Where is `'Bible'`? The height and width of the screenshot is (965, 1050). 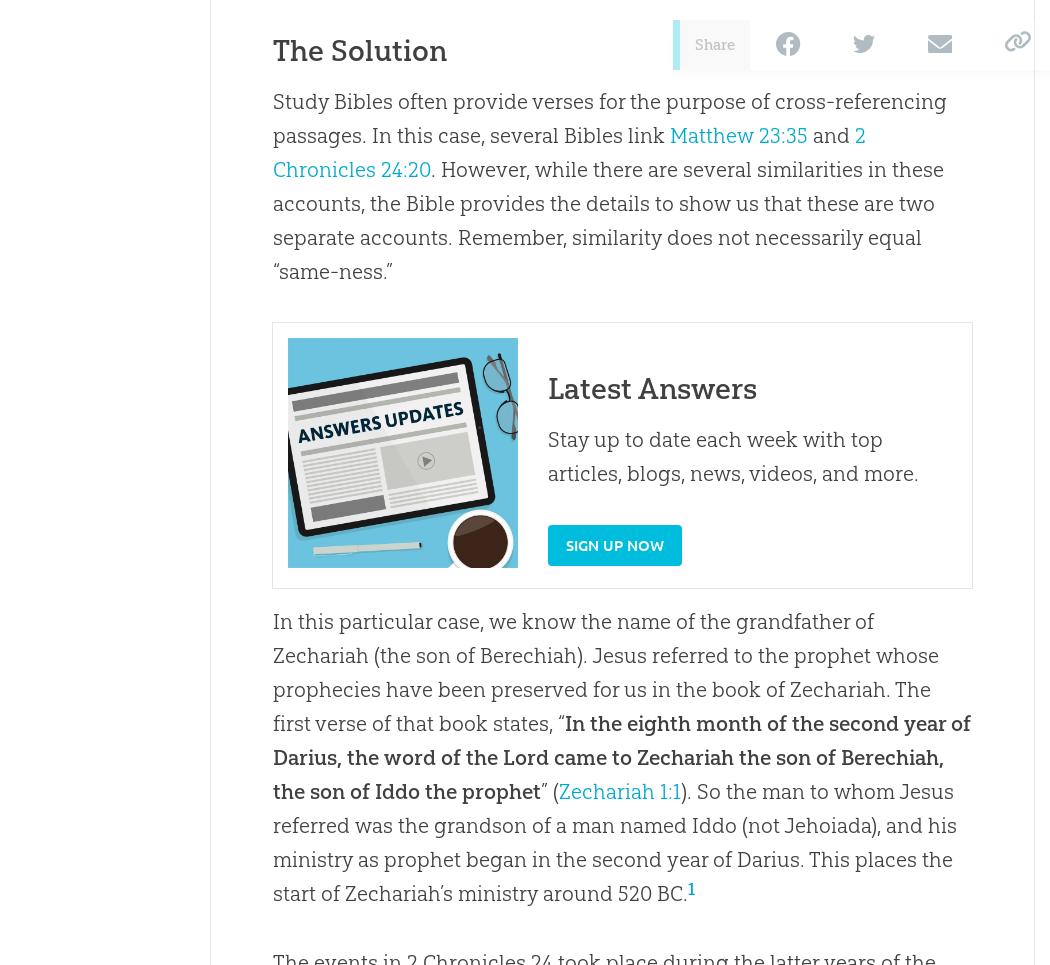
'Bible' is located at coordinates (428, 203).